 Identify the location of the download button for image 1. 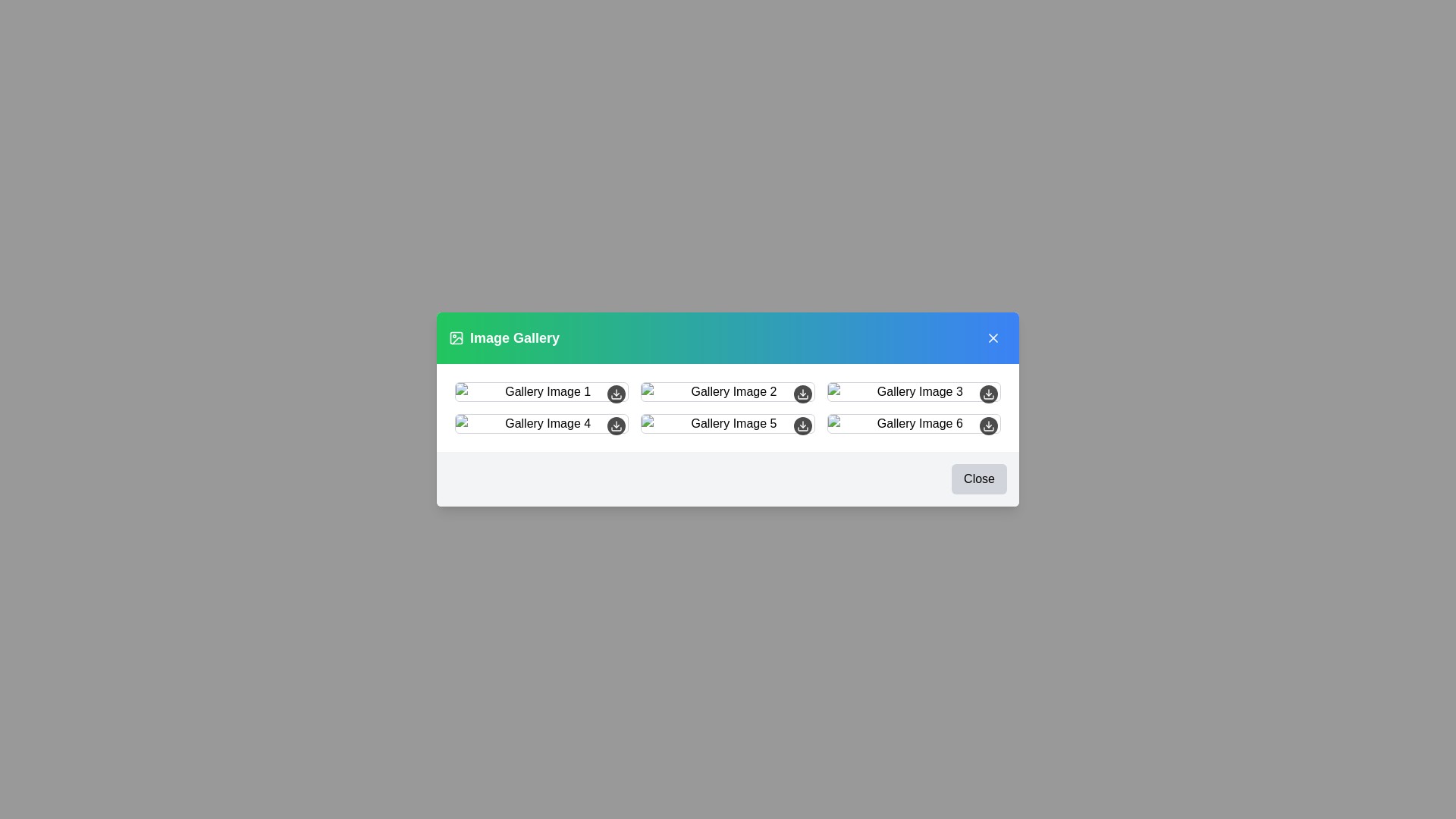
(616, 394).